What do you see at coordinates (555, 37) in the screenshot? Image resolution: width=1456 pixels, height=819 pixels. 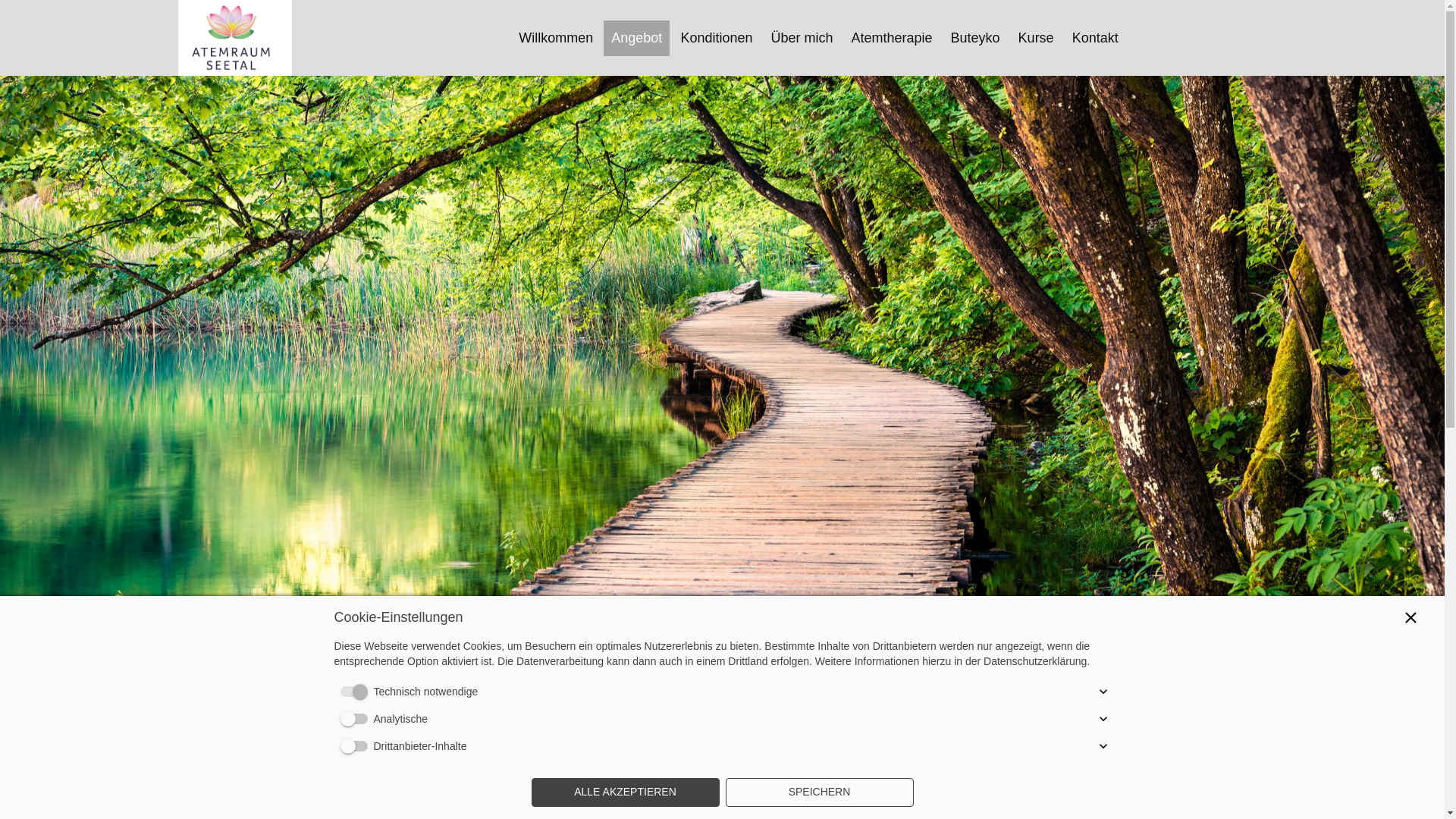 I see `'Willkommen'` at bounding box center [555, 37].